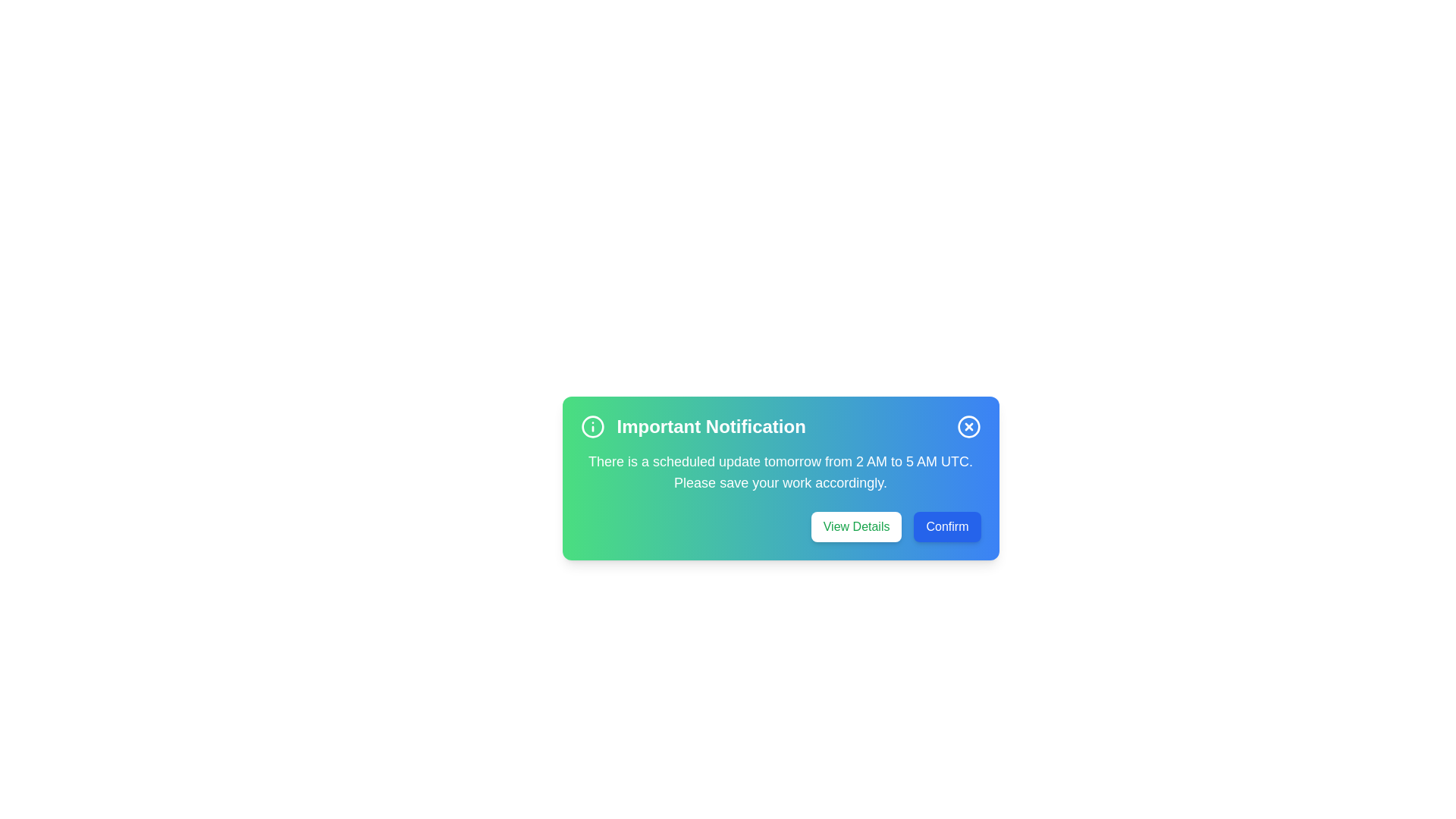 The height and width of the screenshot is (819, 1456). I want to click on the 'View Details' button to view more information, so click(856, 526).